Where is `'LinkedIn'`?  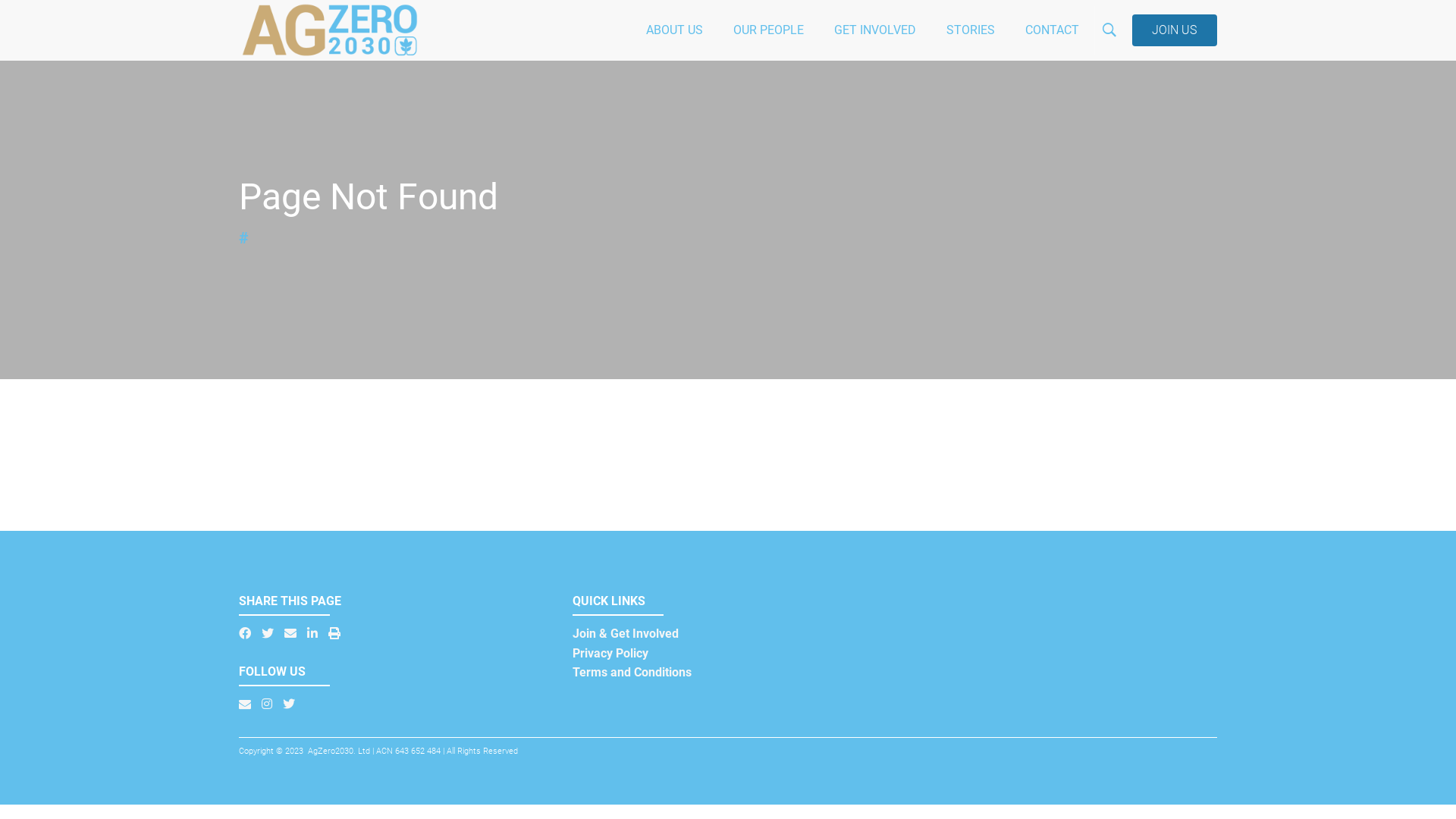
'LinkedIn' is located at coordinates (312, 632).